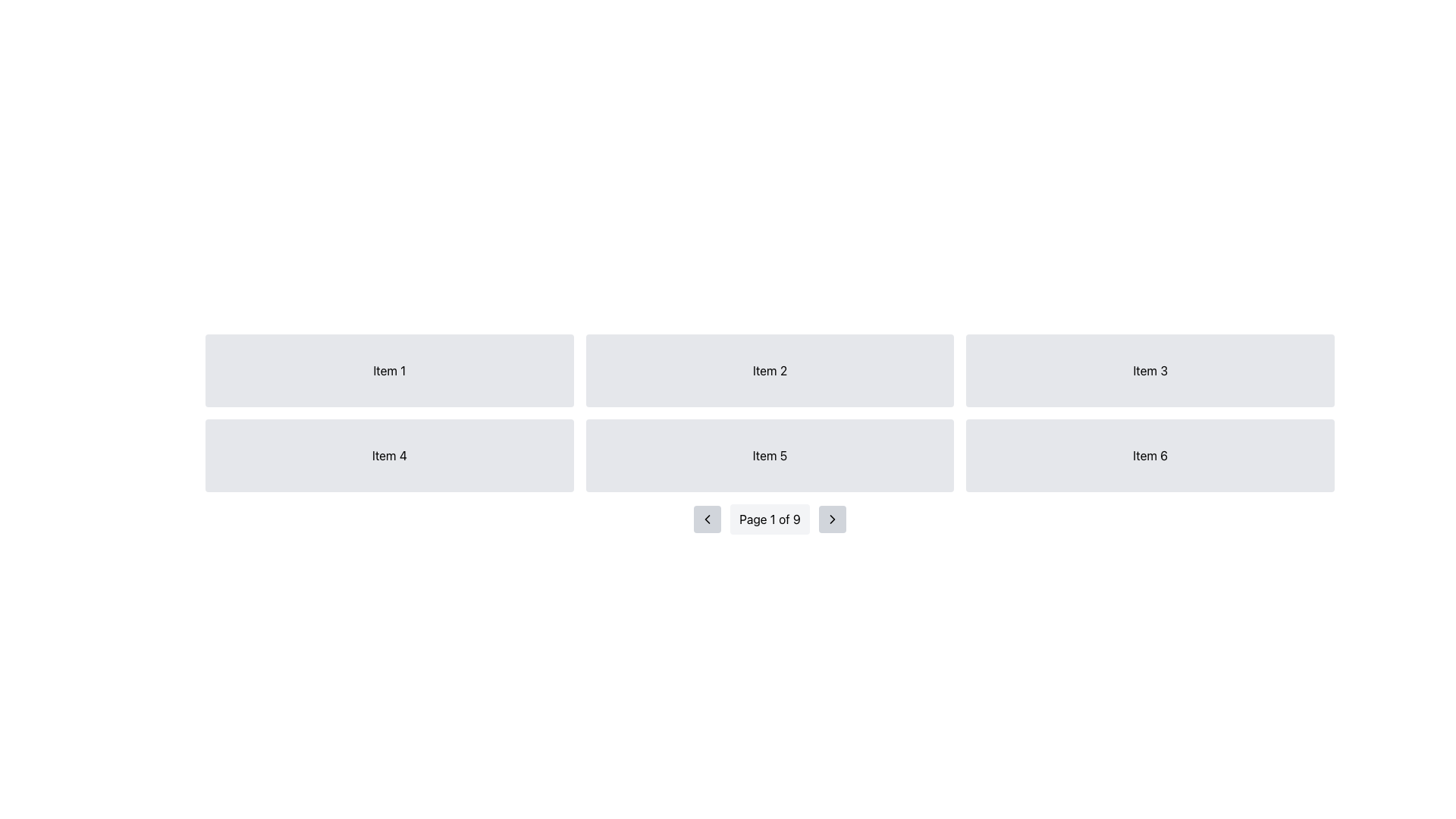  Describe the element at coordinates (707, 519) in the screenshot. I see `the left-facing chevron icon styled as a navigation arrow in the pagination control section` at that location.